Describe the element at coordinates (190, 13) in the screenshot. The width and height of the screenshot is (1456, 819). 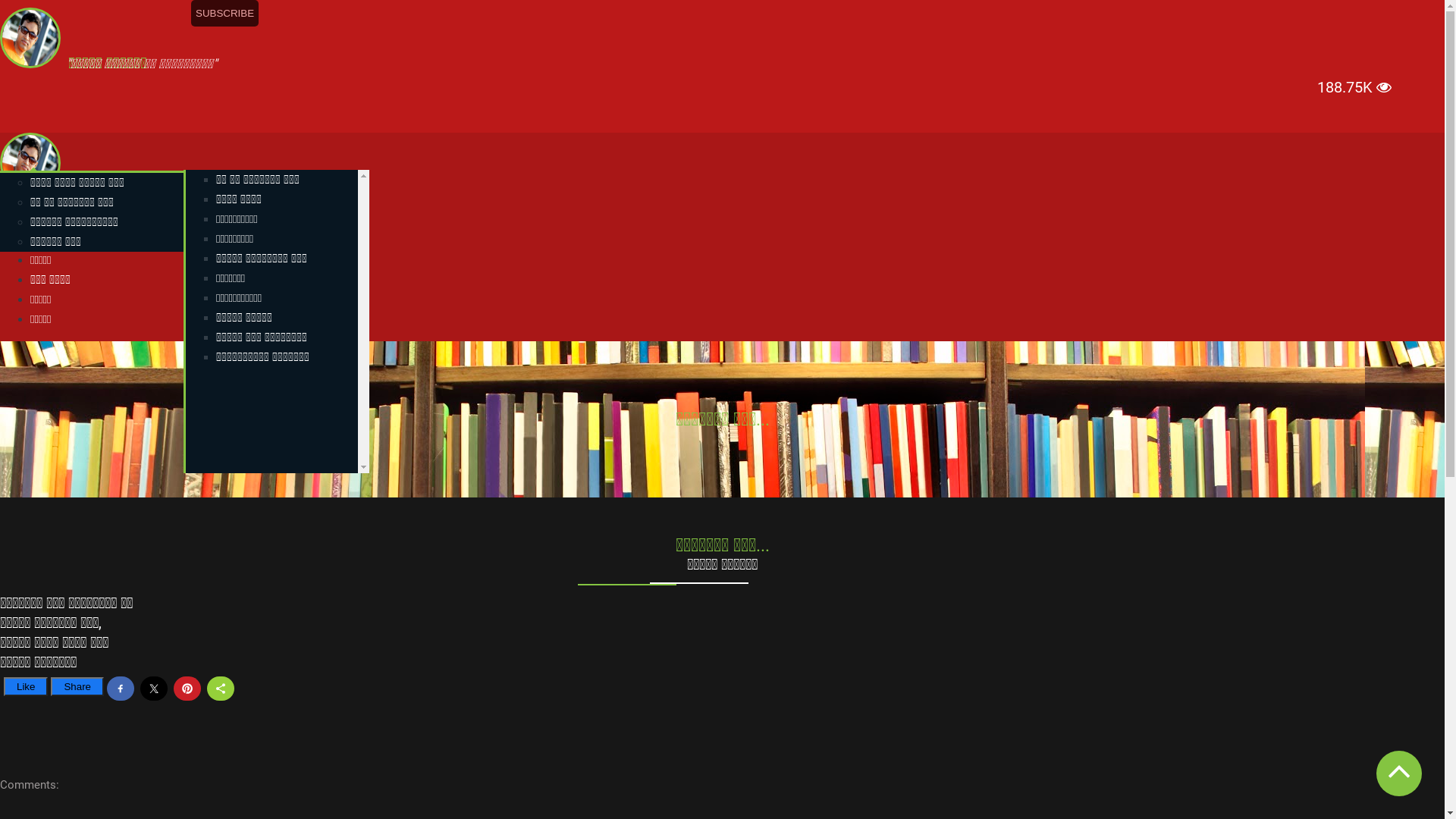
I see `'SUBSCRIBE'` at that location.